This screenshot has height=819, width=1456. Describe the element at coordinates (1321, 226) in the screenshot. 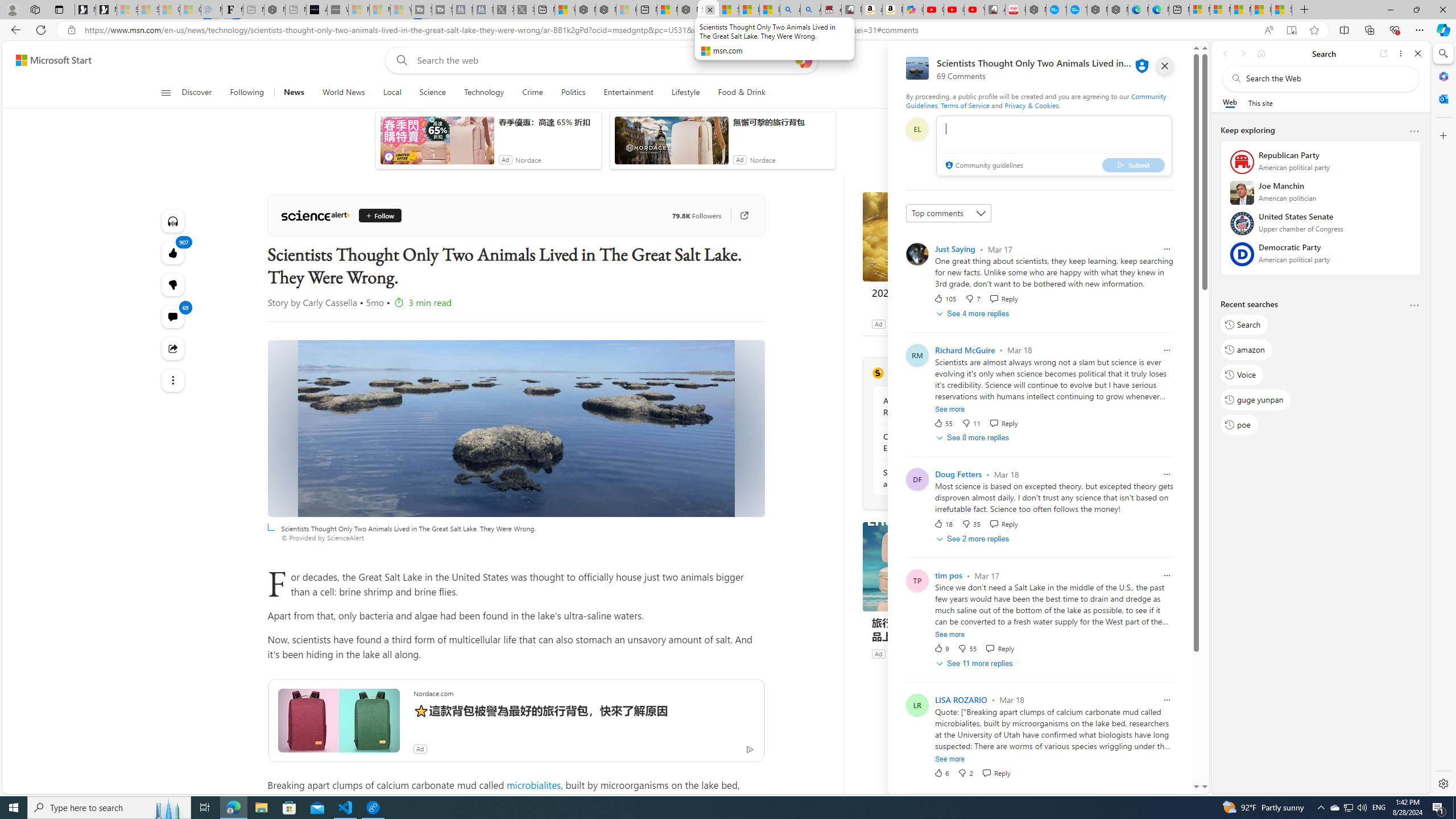

I see `'United States Senate Upper chamber of Congress'` at that location.